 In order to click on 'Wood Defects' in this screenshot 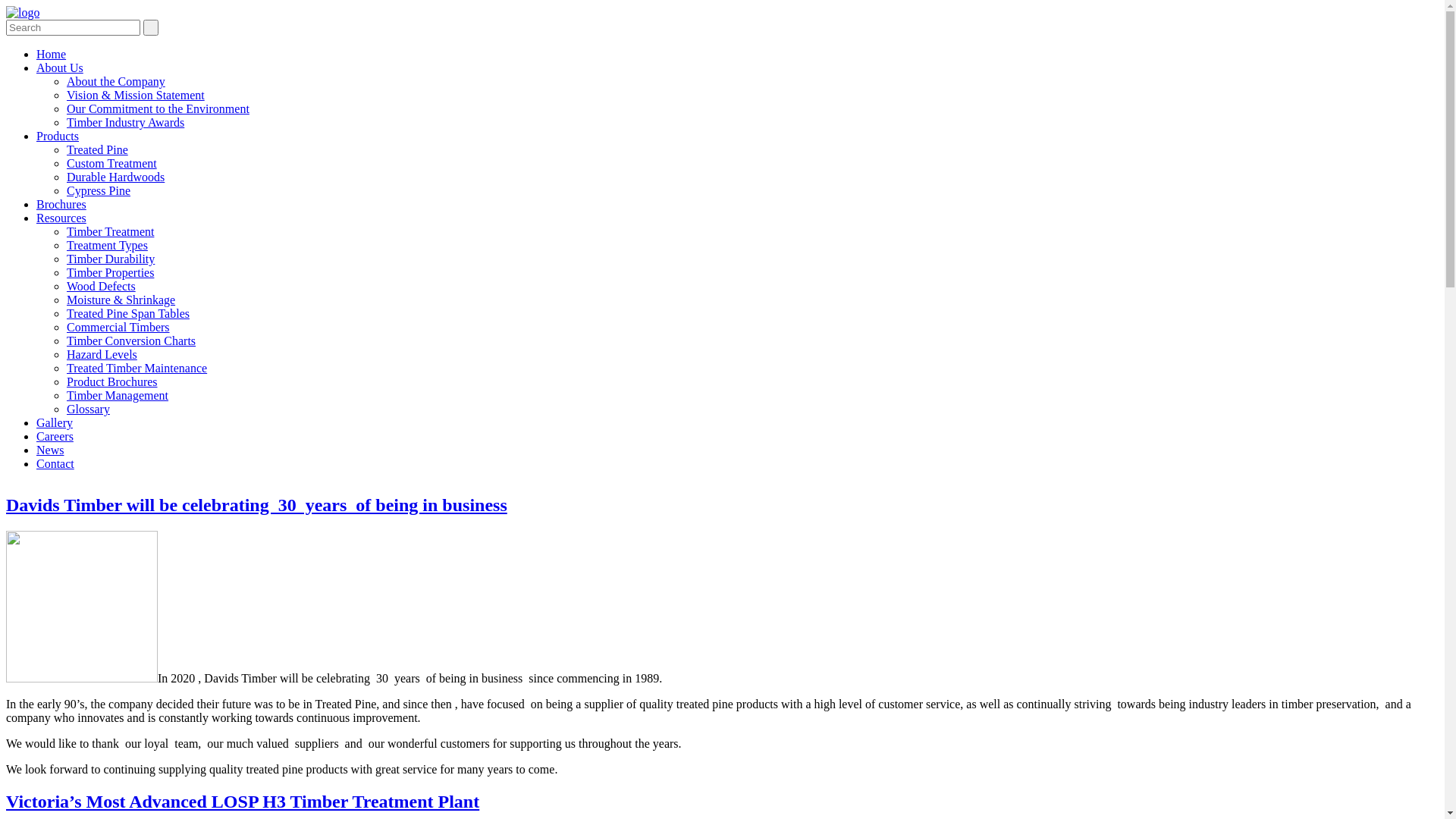, I will do `click(100, 286)`.